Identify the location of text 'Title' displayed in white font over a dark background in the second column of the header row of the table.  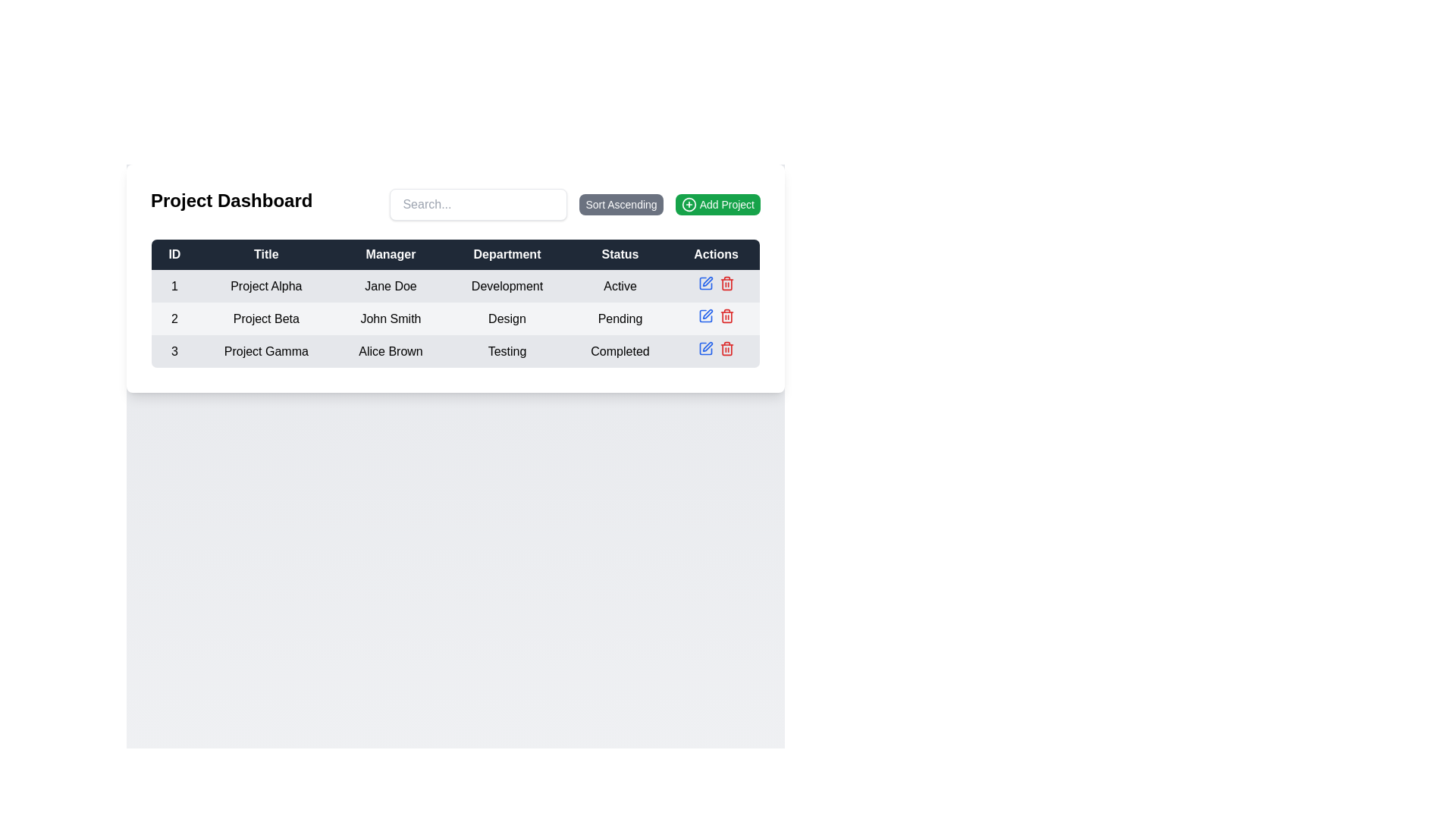
(266, 253).